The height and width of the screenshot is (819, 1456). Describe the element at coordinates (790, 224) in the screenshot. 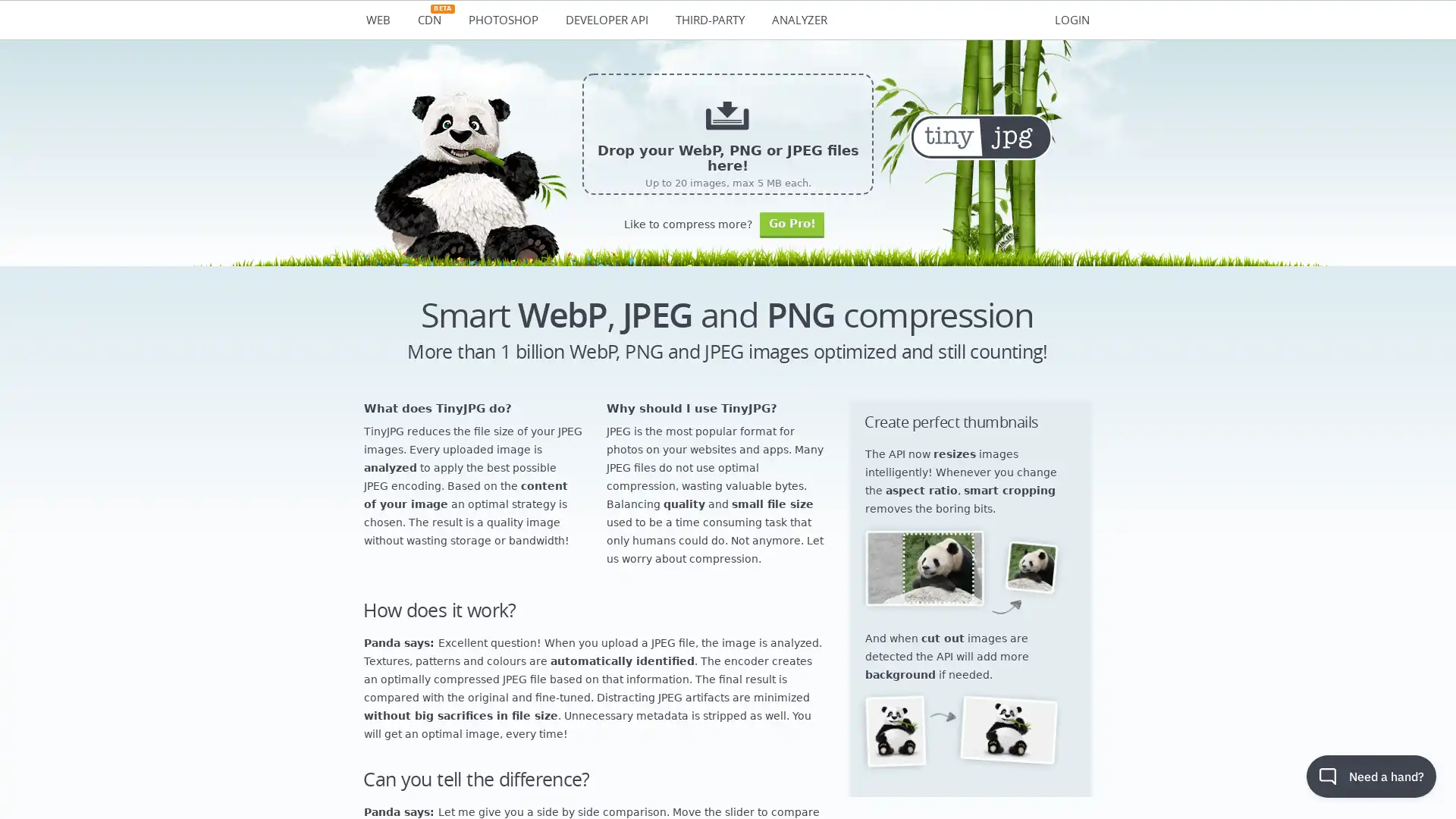

I see `Go Pro!` at that location.